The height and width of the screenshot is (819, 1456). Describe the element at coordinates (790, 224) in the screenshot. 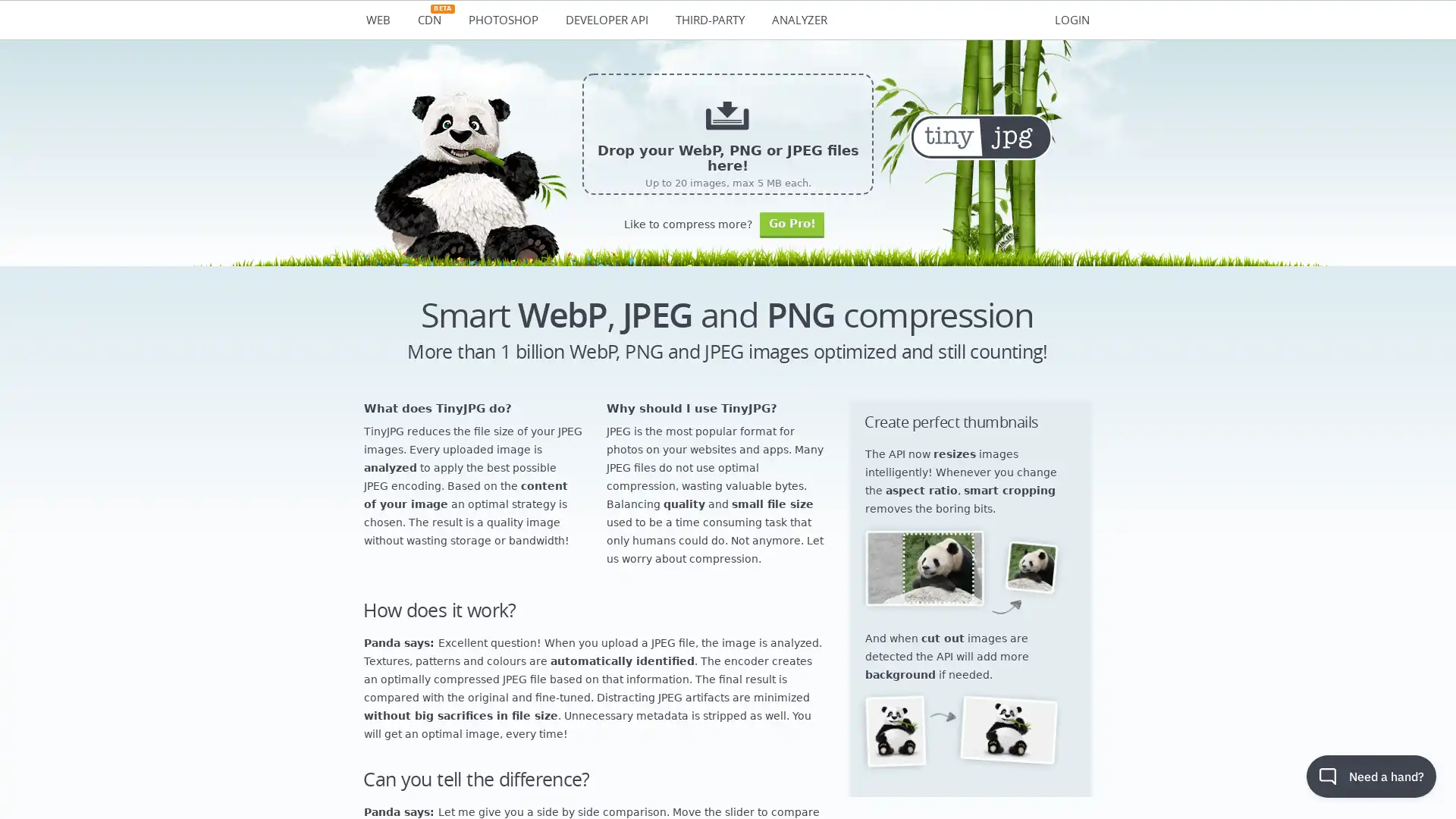

I see `Go Pro!` at that location.